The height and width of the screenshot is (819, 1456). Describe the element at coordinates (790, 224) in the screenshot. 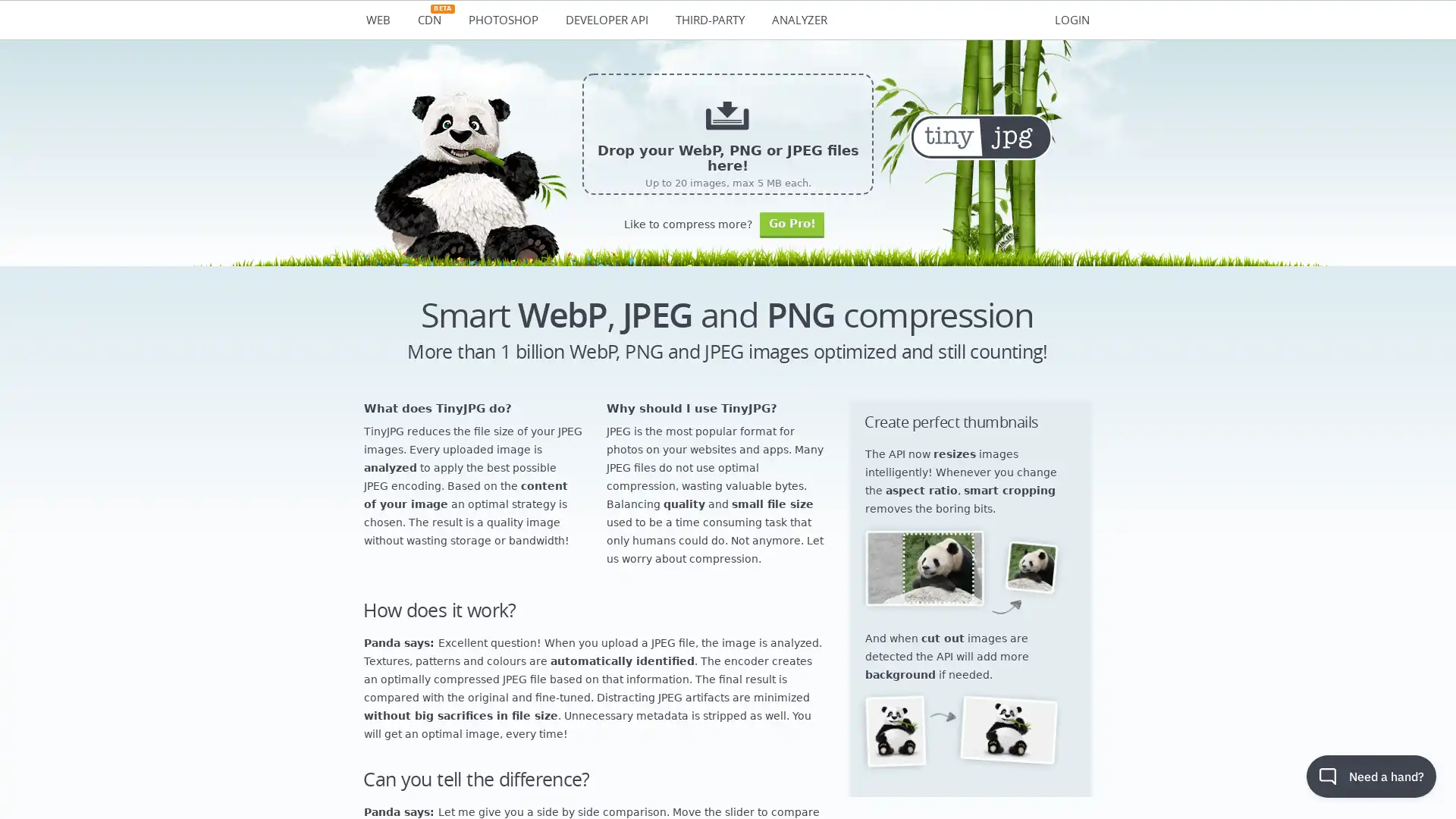

I see `Go Pro!` at that location.